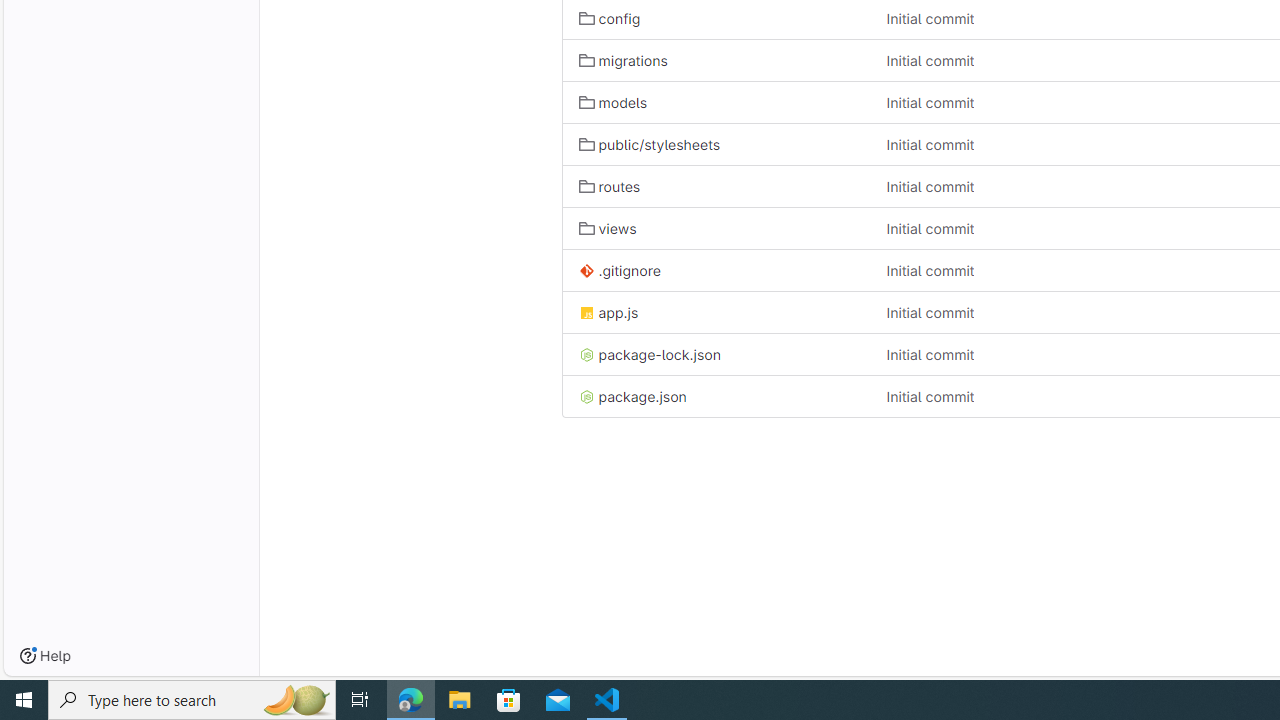 The width and height of the screenshot is (1280, 720). I want to click on 'views', so click(607, 227).